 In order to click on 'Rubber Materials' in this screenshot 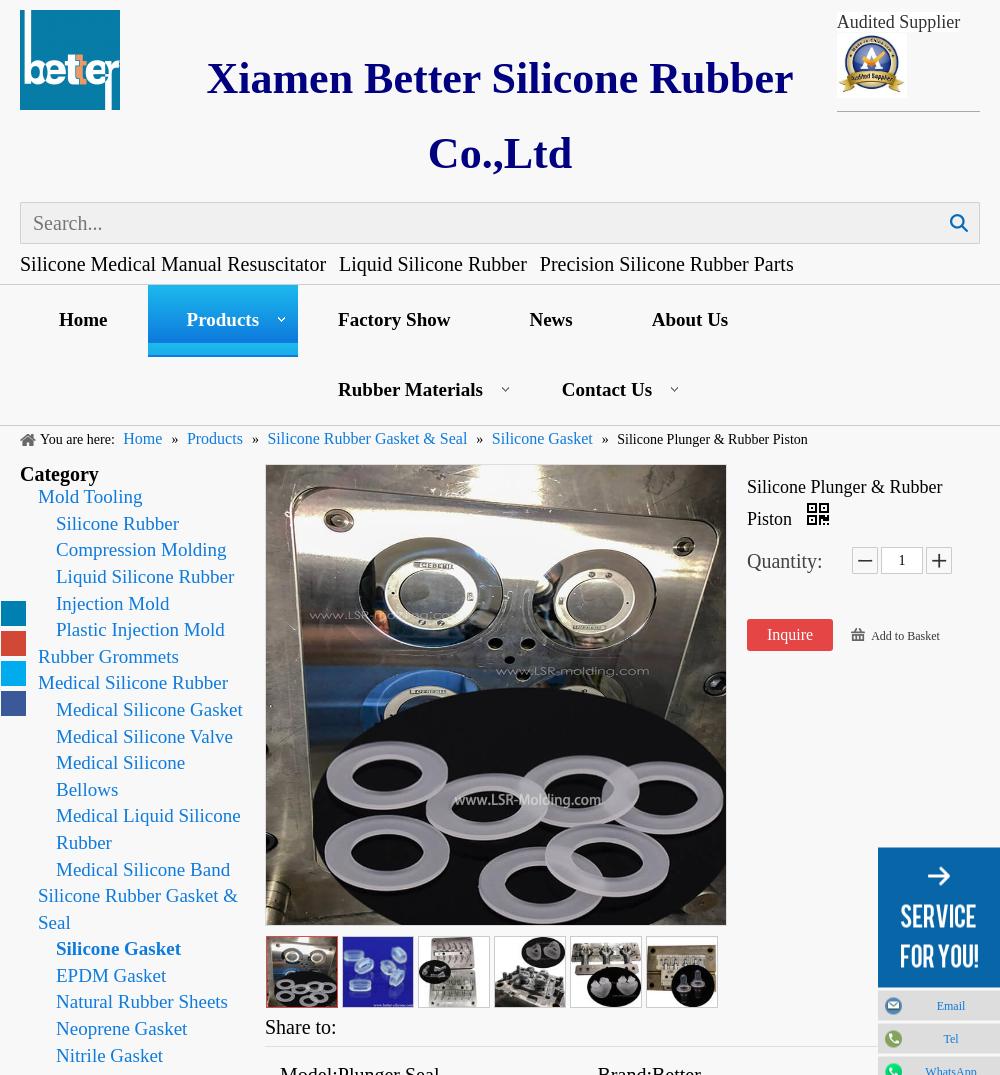, I will do `click(410, 388)`.